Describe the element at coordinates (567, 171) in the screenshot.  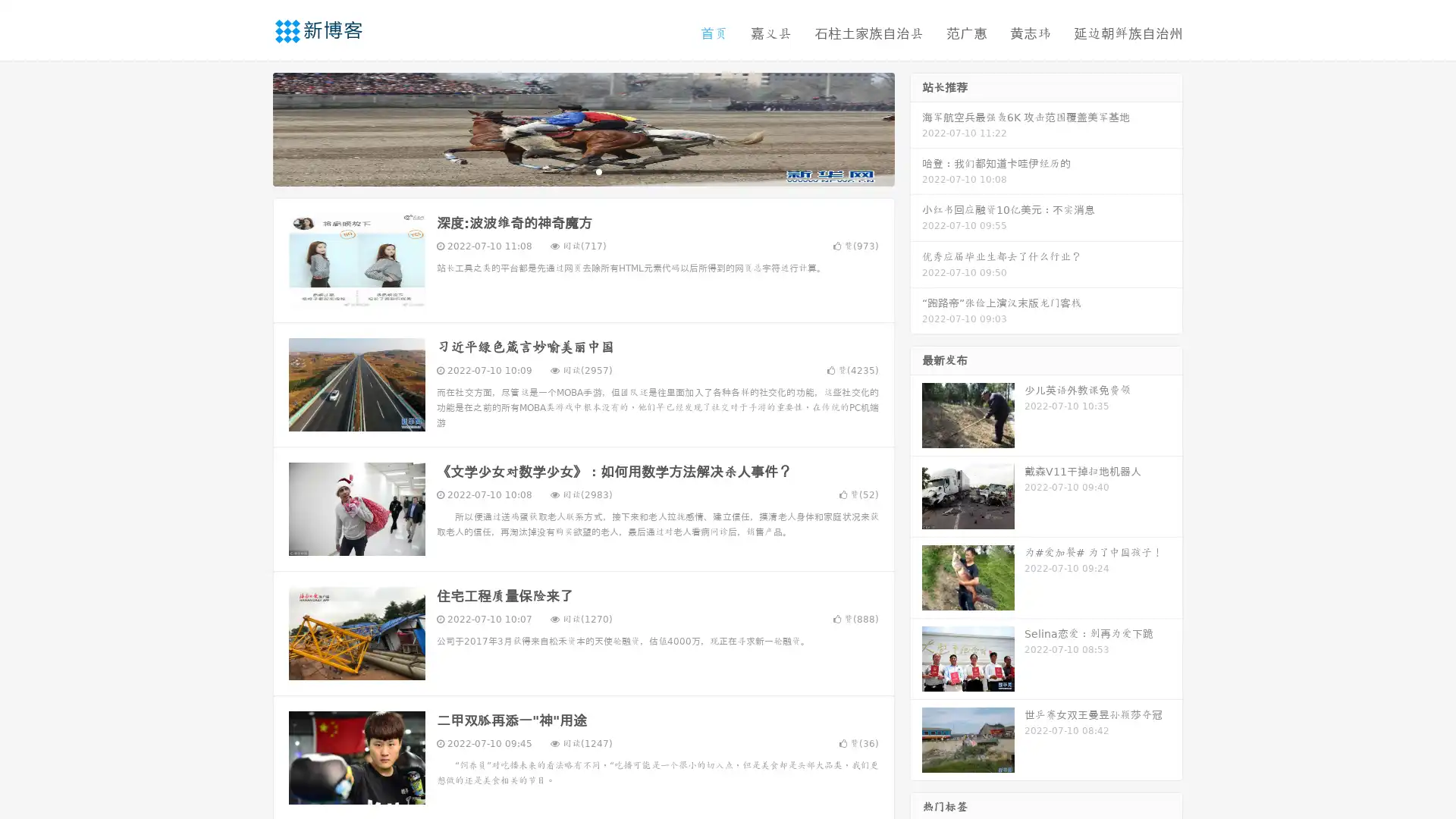
I see `Go to slide 1` at that location.